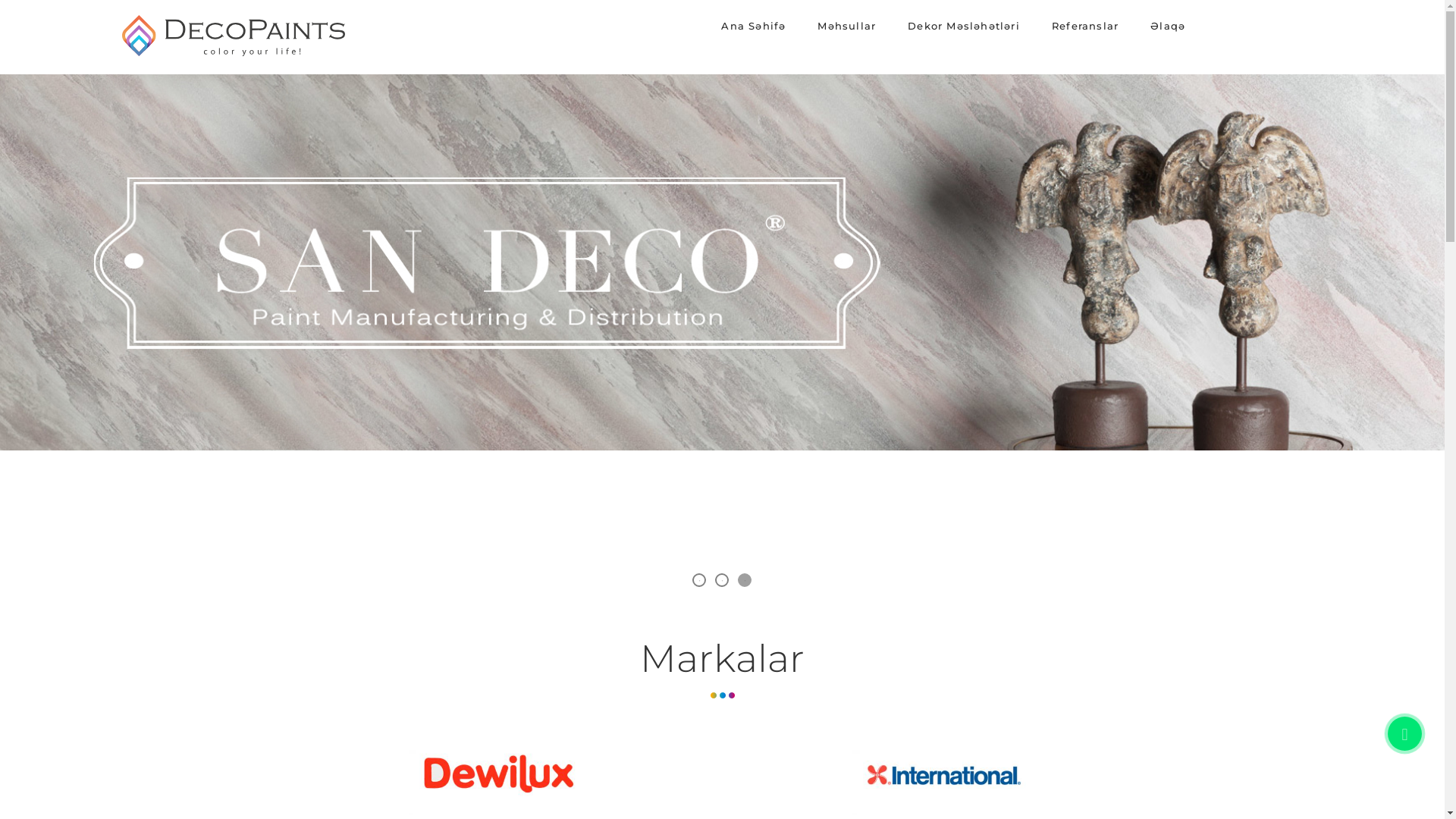 The width and height of the screenshot is (1456, 819). What do you see at coordinates (720, 579) in the screenshot?
I see `'2'` at bounding box center [720, 579].